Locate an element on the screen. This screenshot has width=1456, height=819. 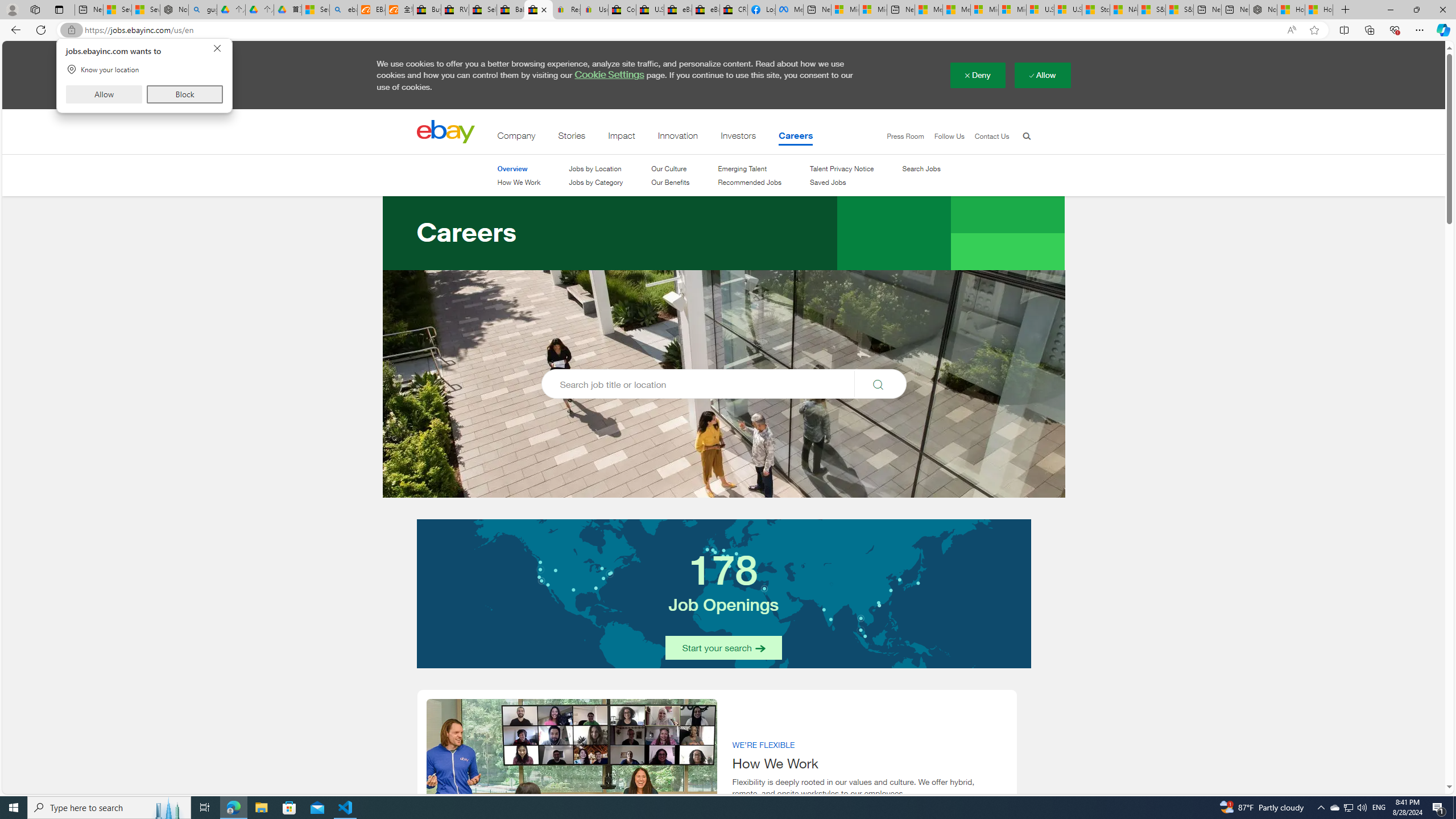
'Press Room' is located at coordinates (900, 136).